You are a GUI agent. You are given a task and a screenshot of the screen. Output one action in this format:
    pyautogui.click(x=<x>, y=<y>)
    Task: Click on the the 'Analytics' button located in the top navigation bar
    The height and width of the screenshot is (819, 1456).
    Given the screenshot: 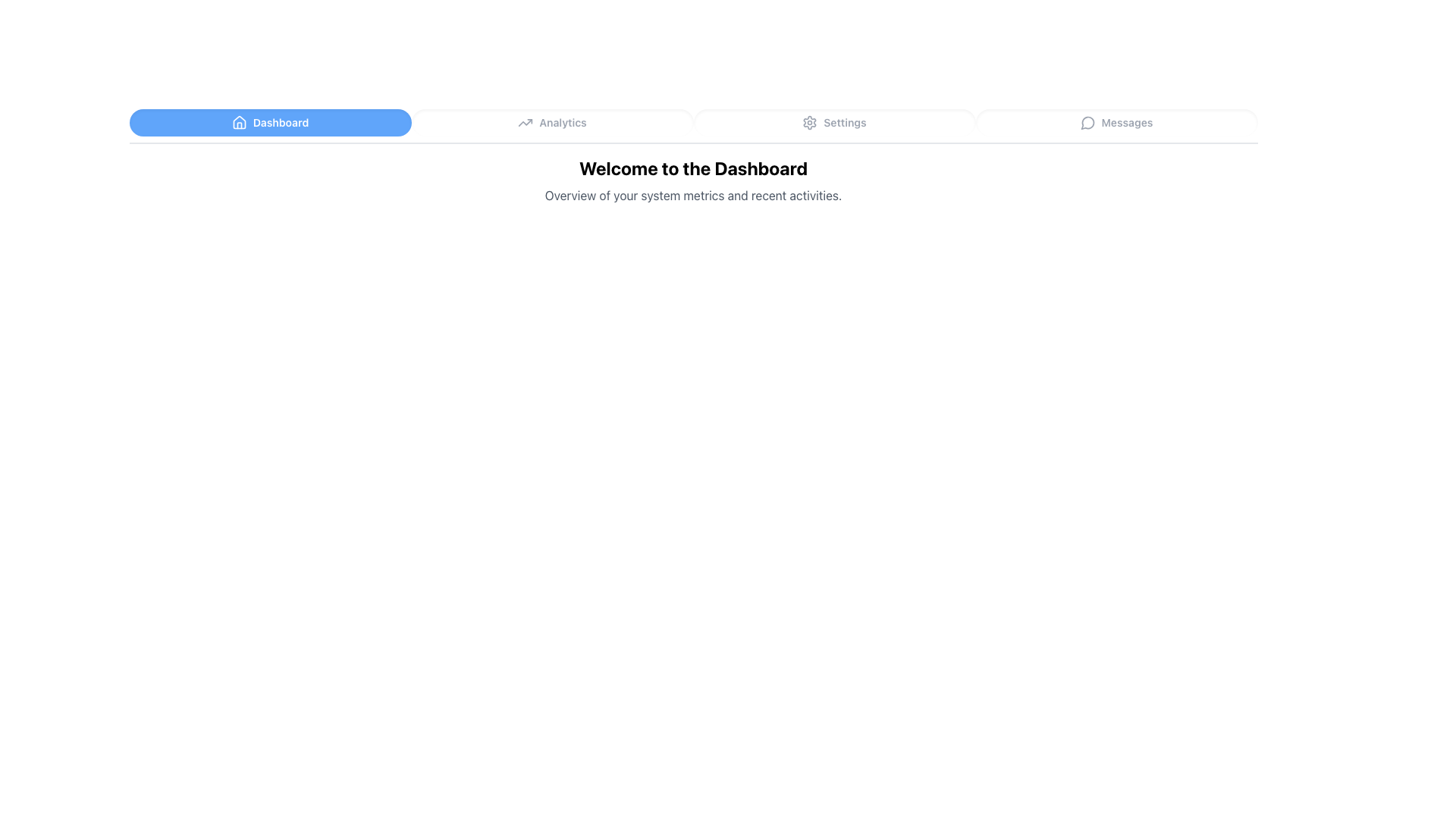 What is the action you would take?
    pyautogui.click(x=551, y=122)
    